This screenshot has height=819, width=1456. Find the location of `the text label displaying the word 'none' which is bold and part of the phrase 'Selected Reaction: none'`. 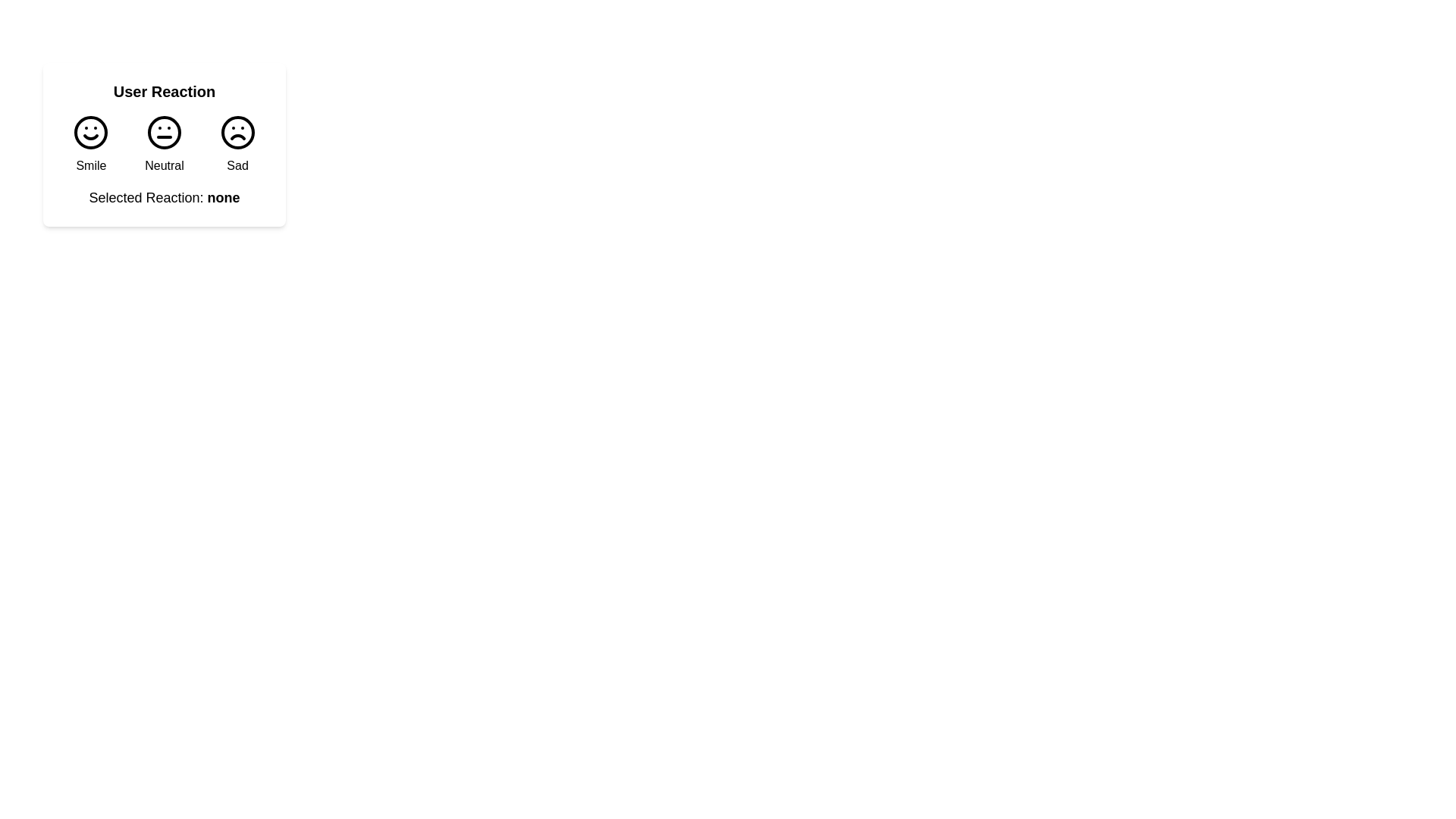

the text label displaying the word 'none' which is bold and part of the phrase 'Selected Reaction: none' is located at coordinates (223, 197).